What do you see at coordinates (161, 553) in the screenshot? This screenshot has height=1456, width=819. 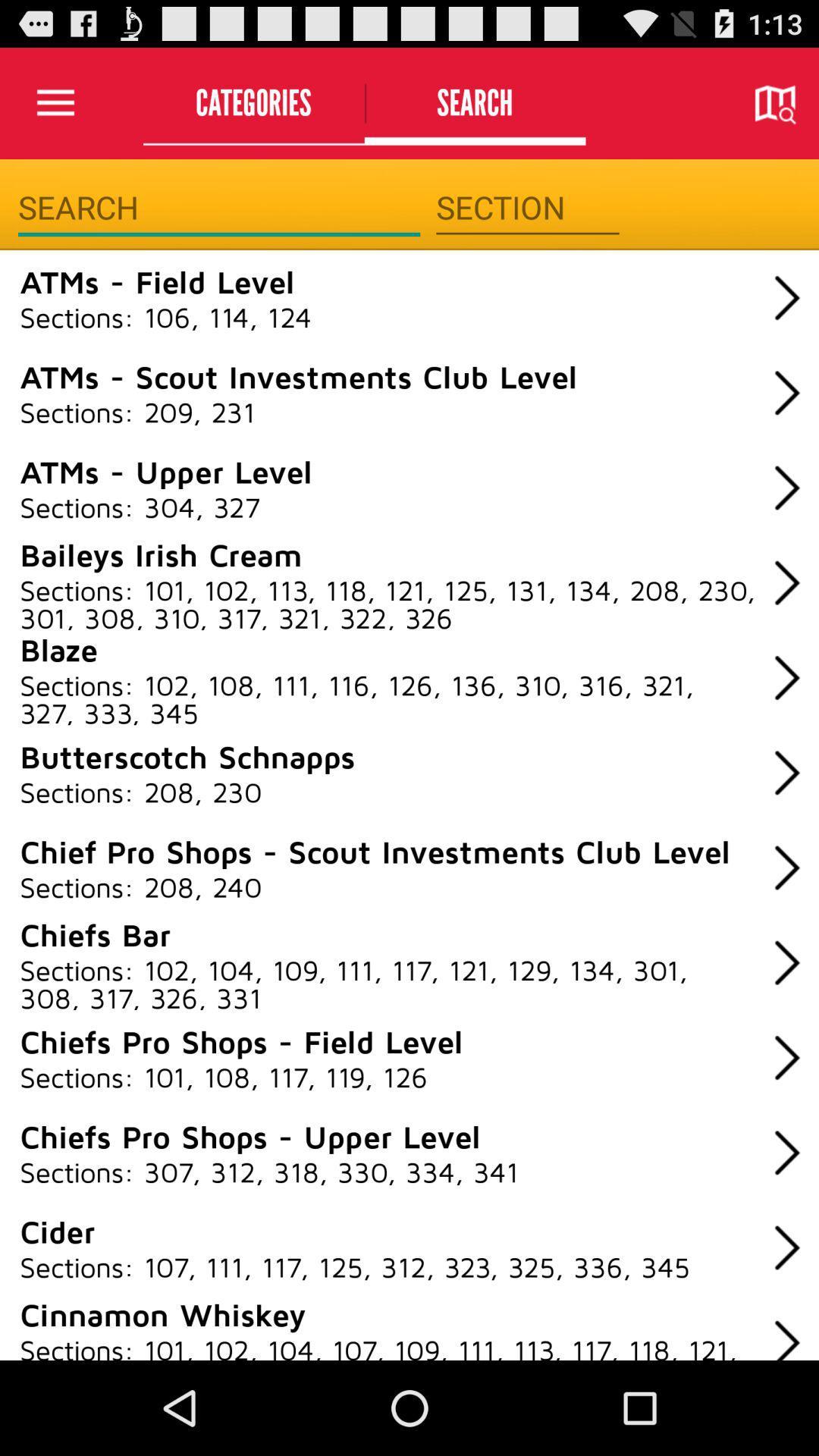 I see `the baileys irish cream icon` at bounding box center [161, 553].